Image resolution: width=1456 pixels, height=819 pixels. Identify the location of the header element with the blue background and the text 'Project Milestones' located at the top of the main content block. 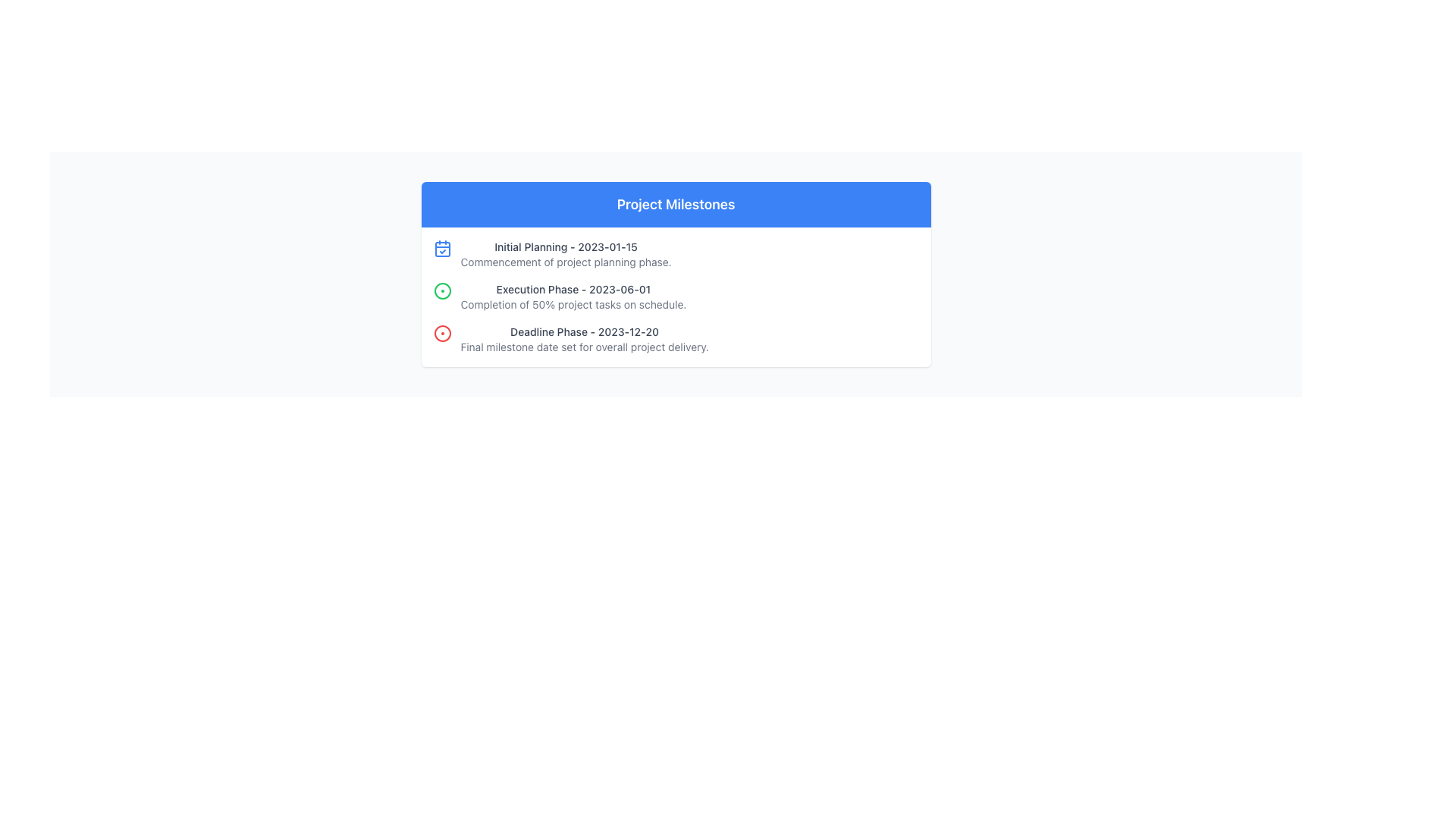
(675, 205).